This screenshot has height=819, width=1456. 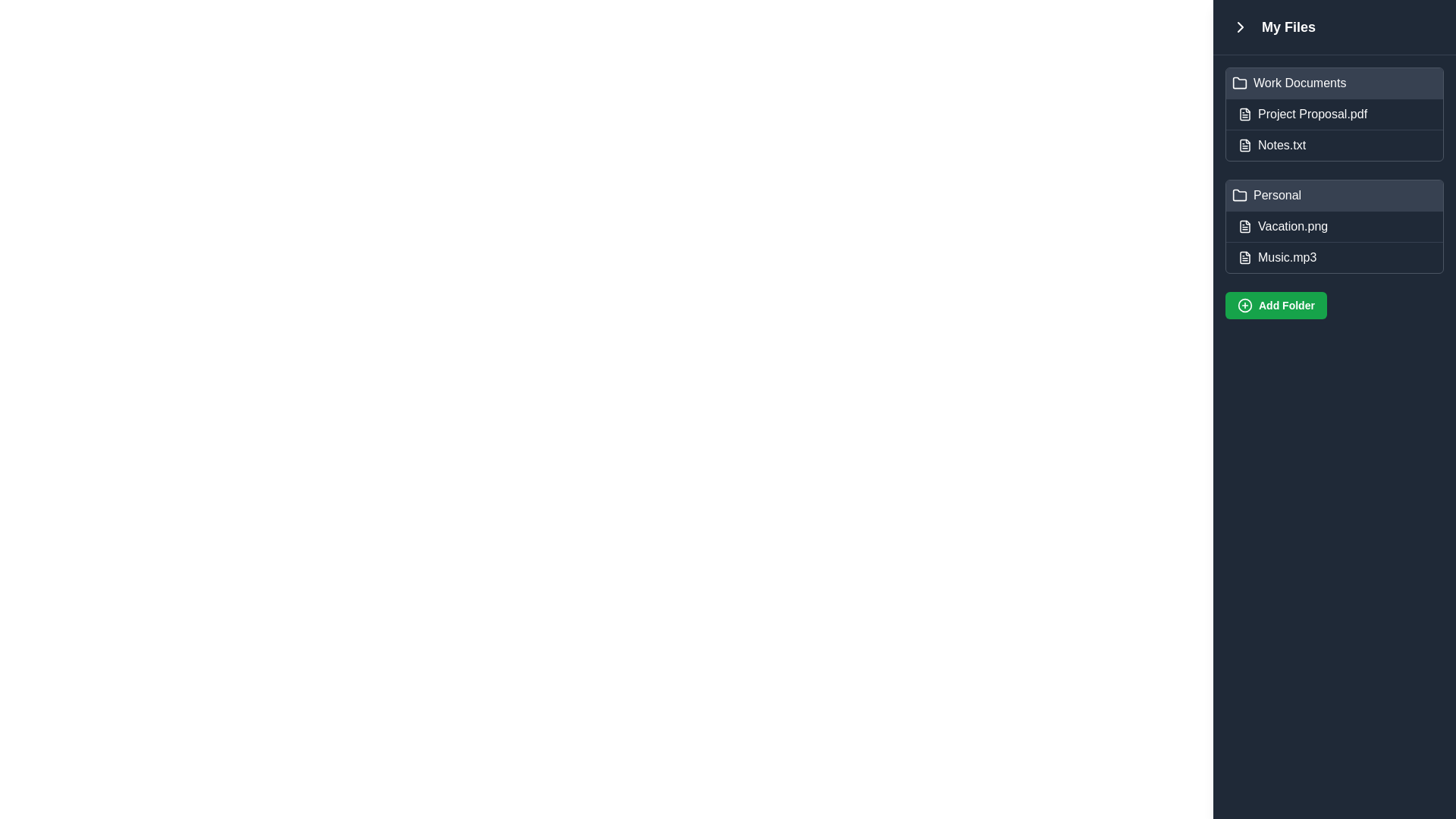 I want to click on the 'Create New Folder' button located at the bottom of the right panel, below the file items 'Personal', 'Vacation.png', and 'Music.mp3', so click(x=1275, y=305).